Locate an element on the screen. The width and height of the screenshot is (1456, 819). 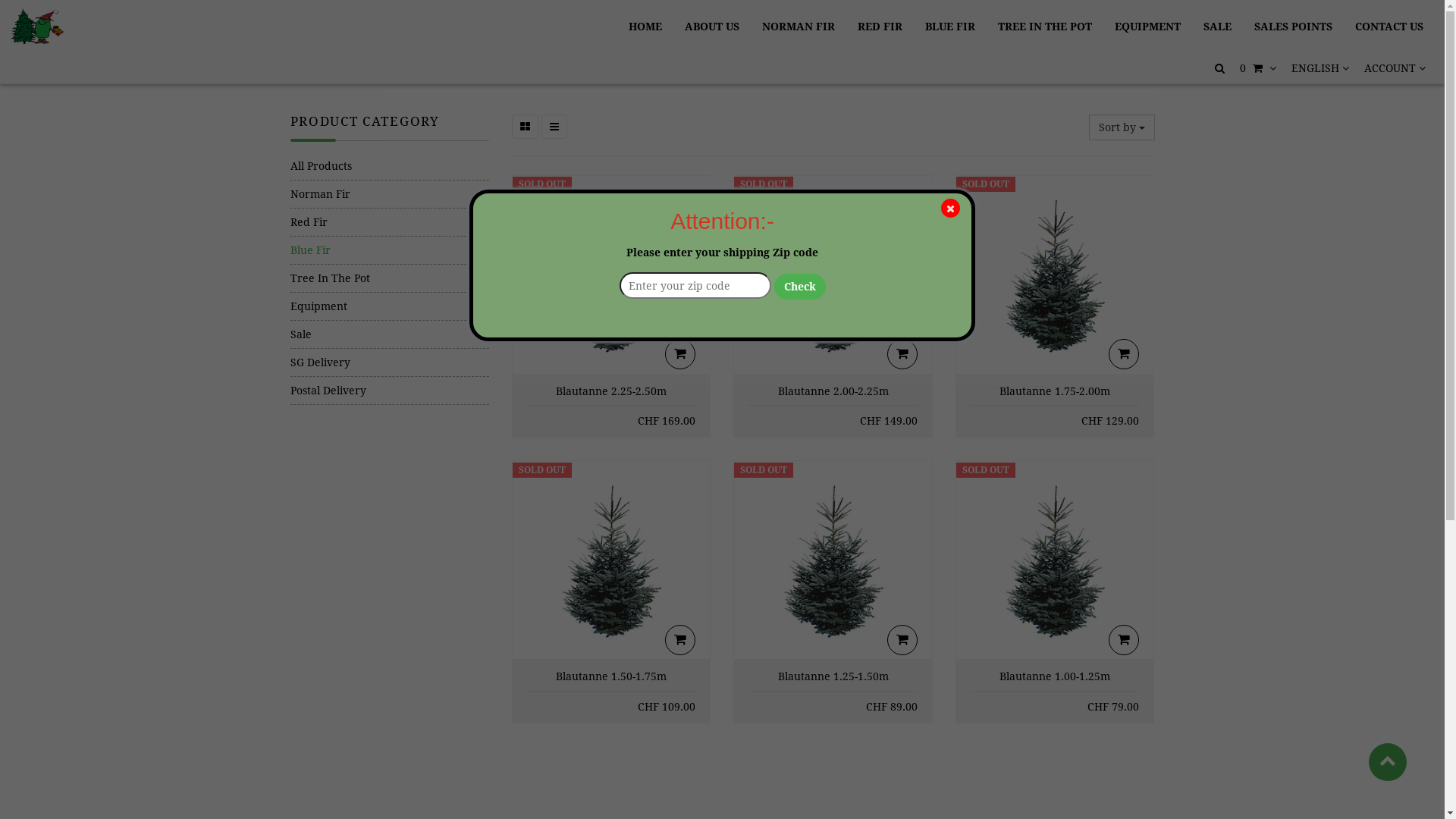
'Blautanne 2.25-2.50m' is located at coordinates (611, 391).